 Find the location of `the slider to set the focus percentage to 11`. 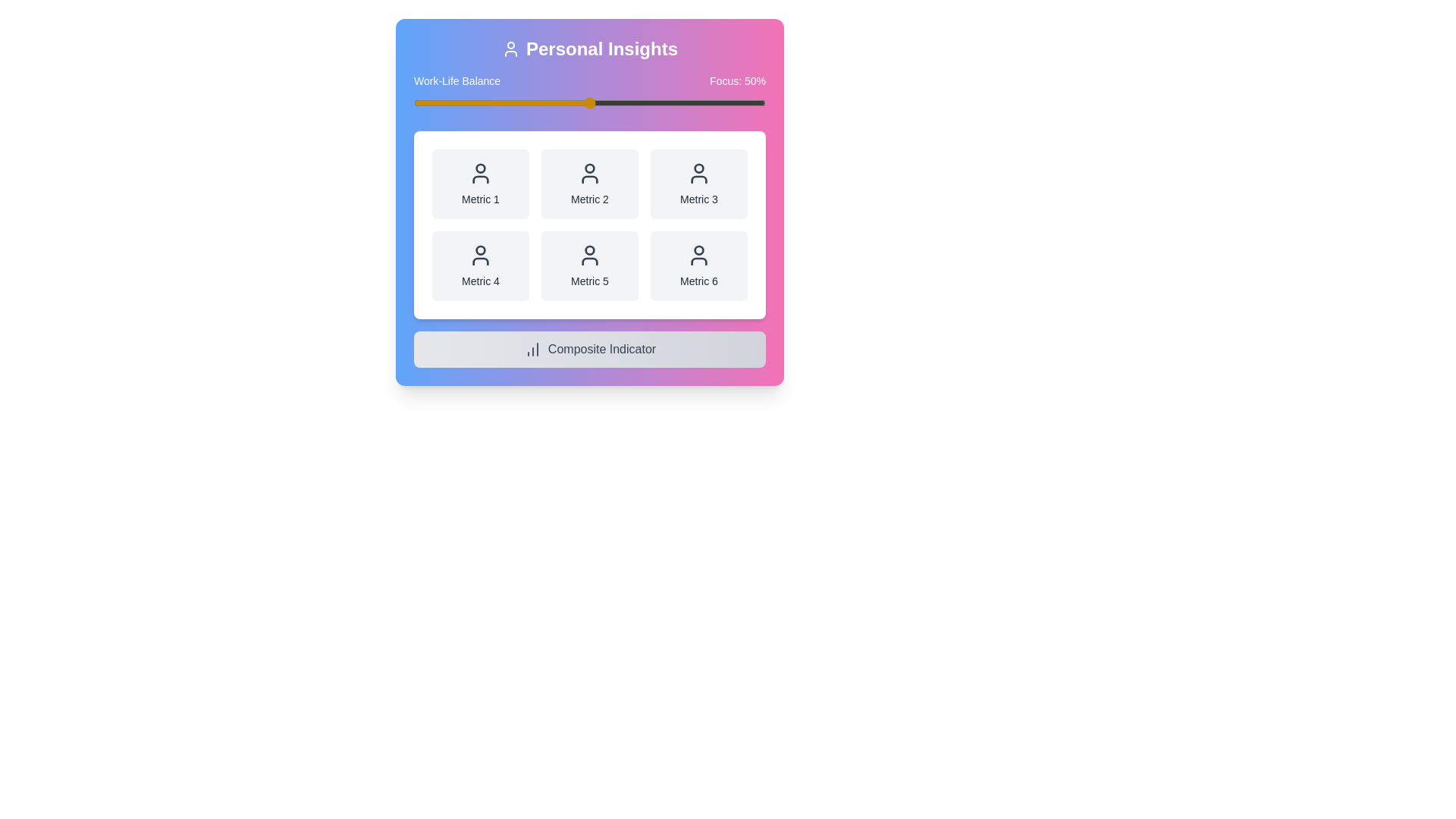

the slider to set the focus percentage to 11 is located at coordinates (452, 102).